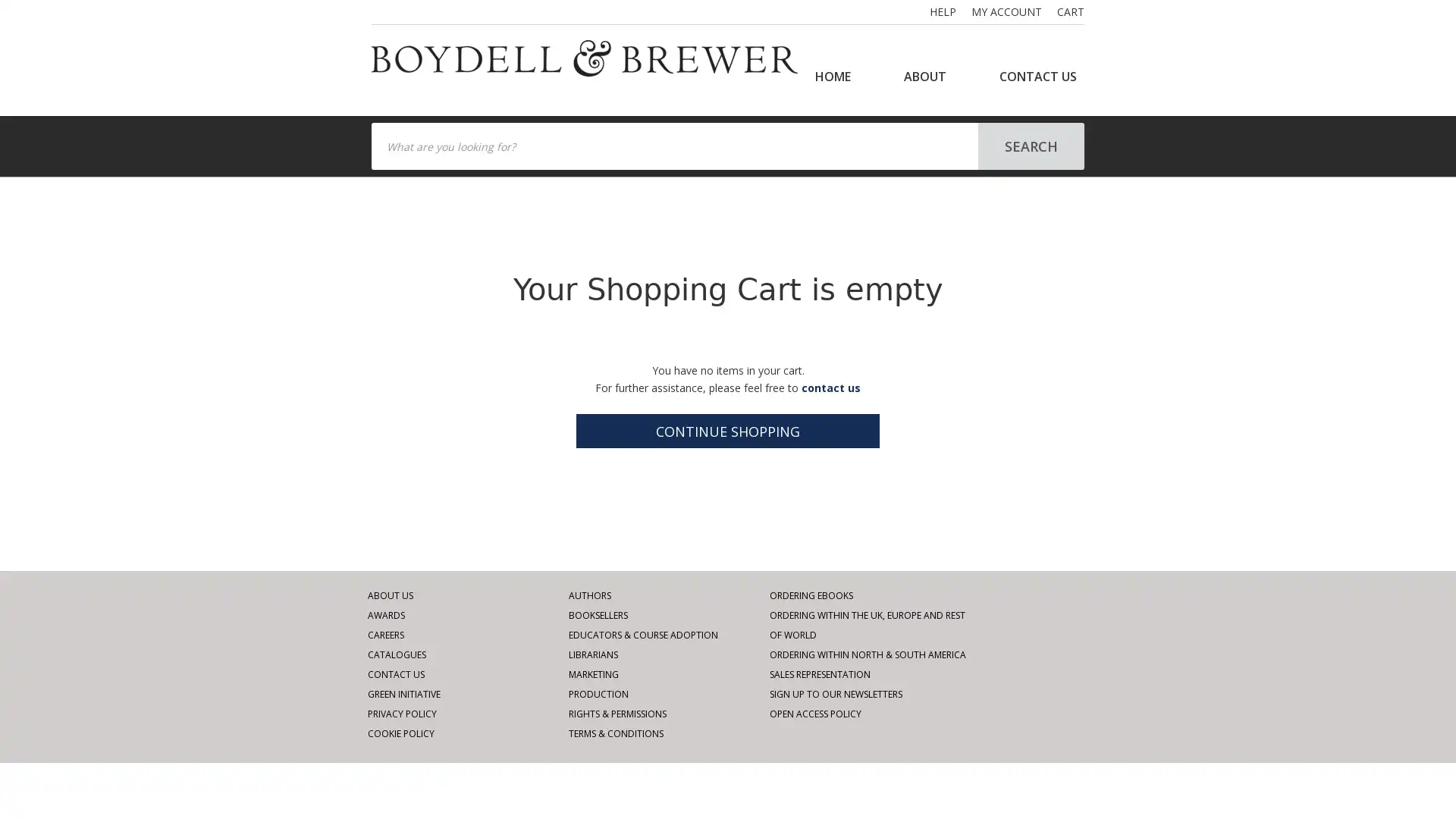  I want to click on SEARCH, so click(1031, 146).